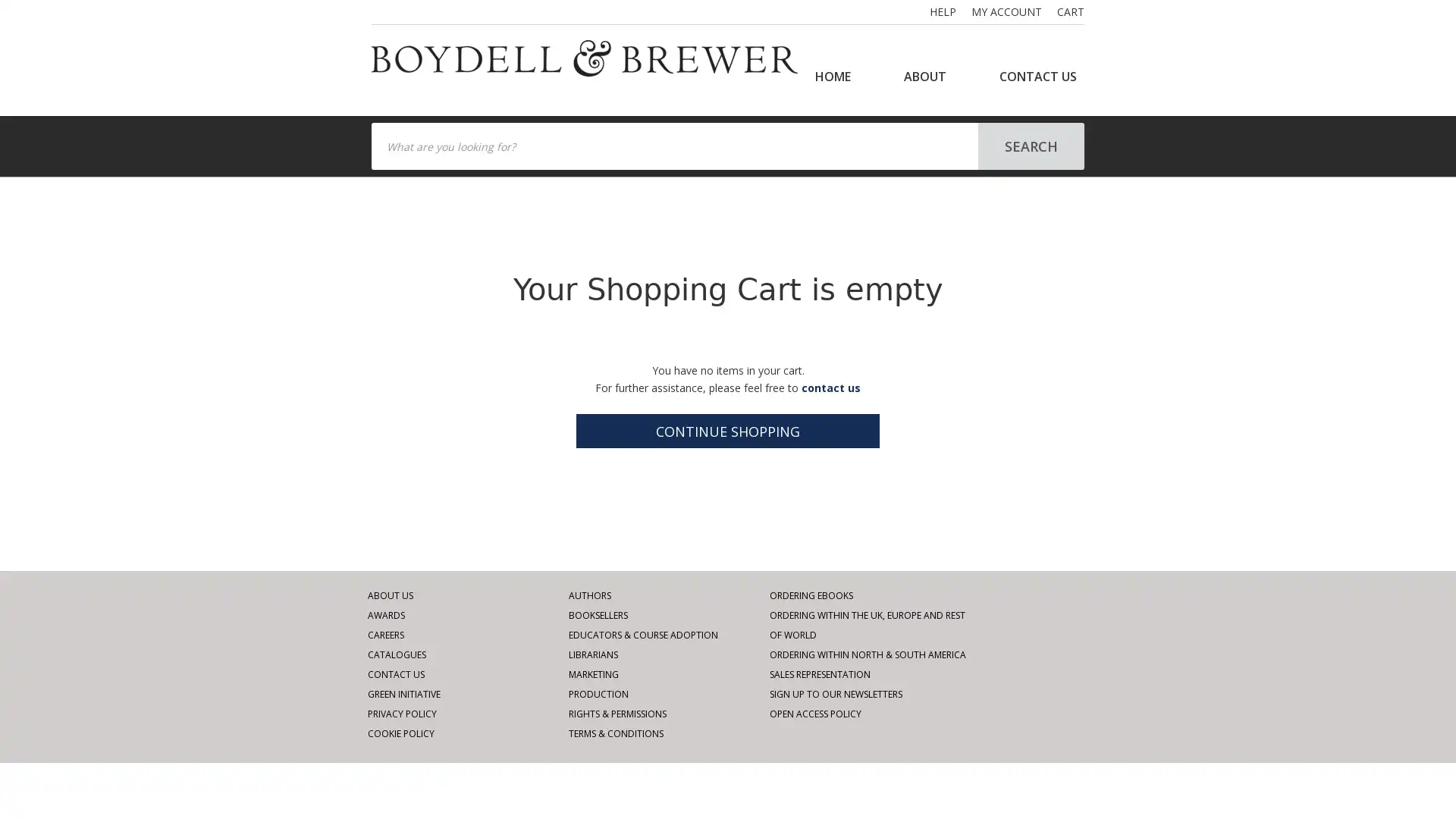  I want to click on SEARCH, so click(1031, 146).